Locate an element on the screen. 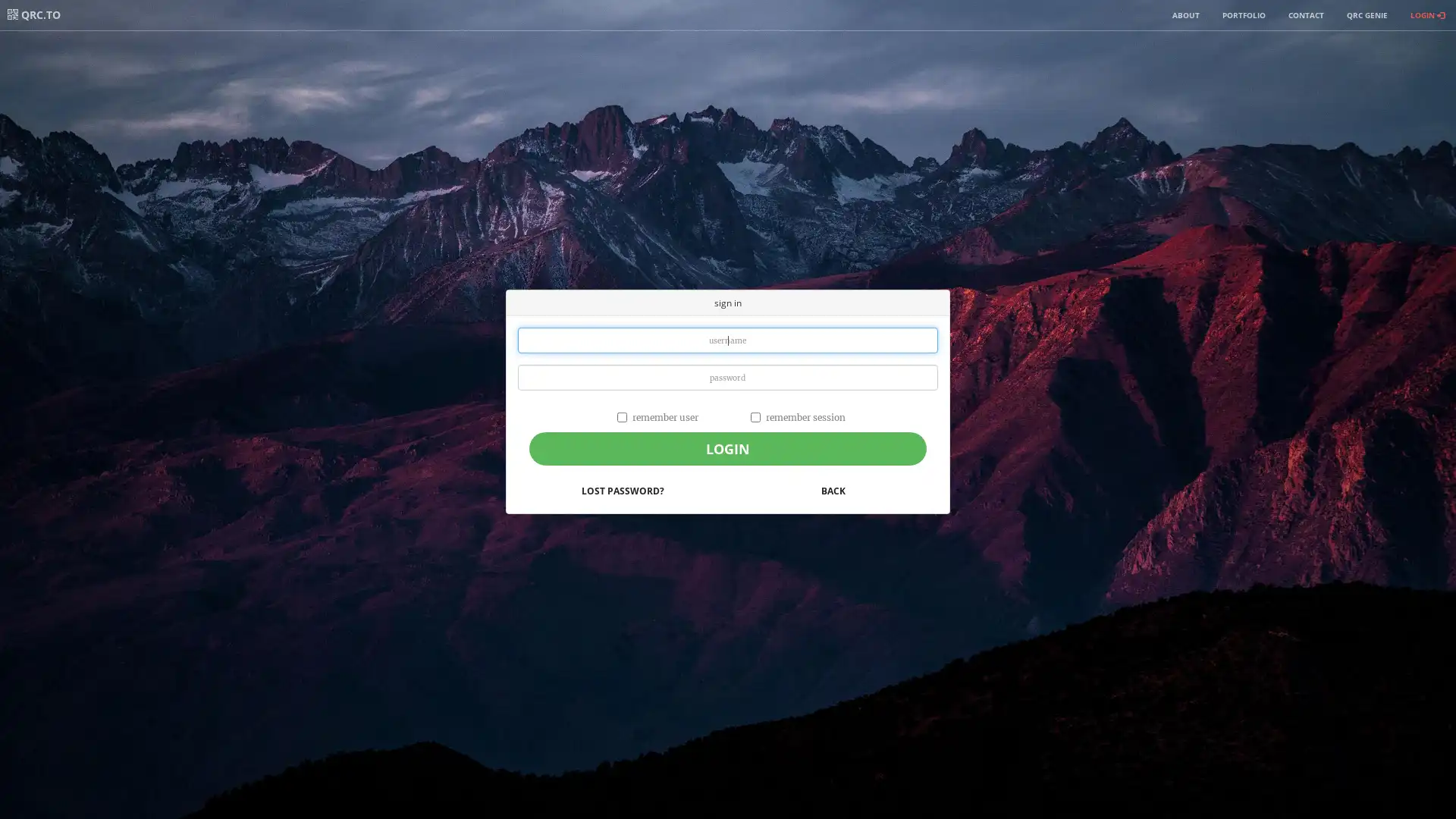 The height and width of the screenshot is (819, 1456). LOGIN is located at coordinates (726, 447).